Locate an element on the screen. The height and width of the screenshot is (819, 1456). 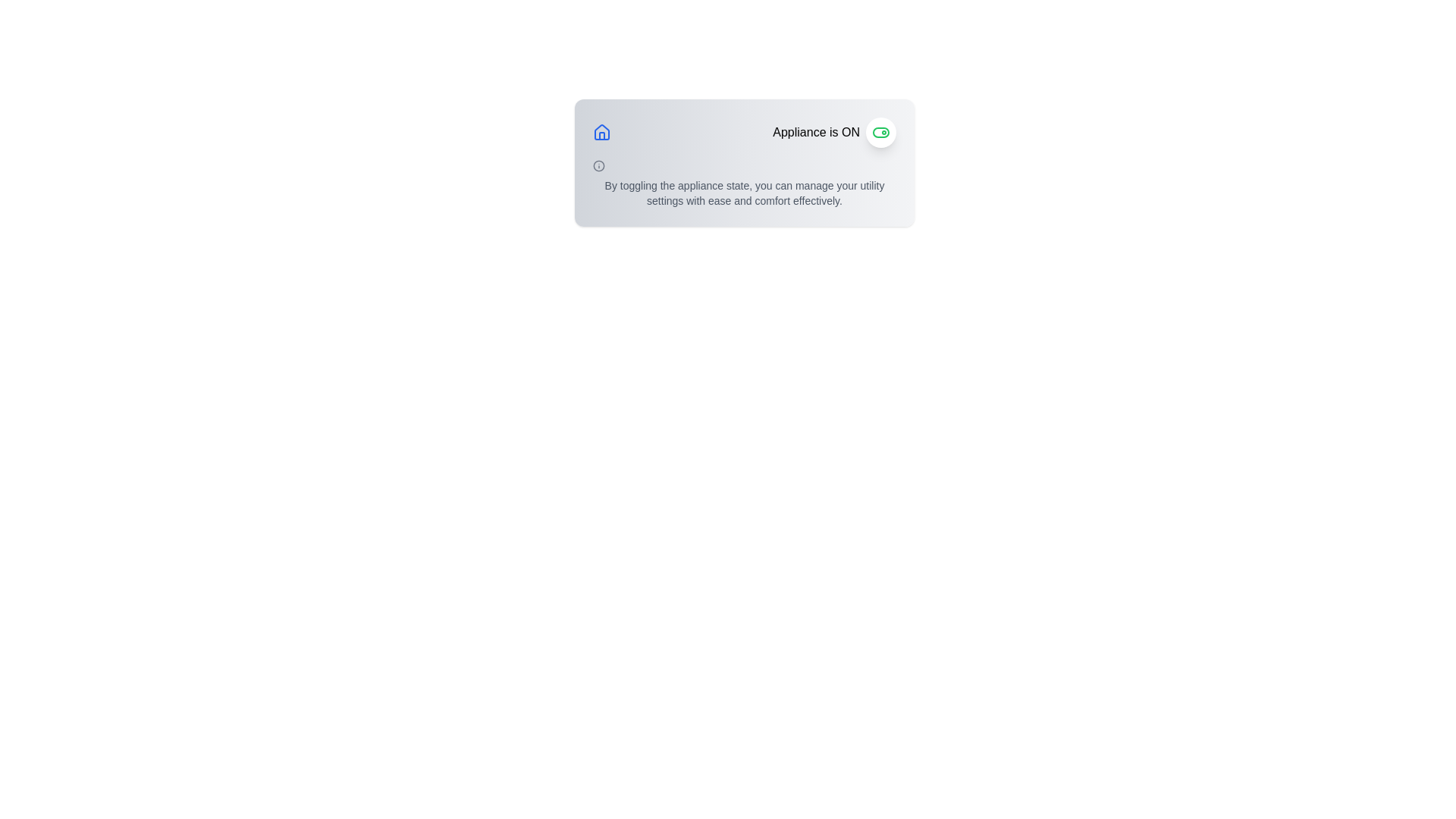
the static text element that indicates the current state of the appliance (ON), which is located to the left of a circular toggle button is located at coordinates (815, 131).